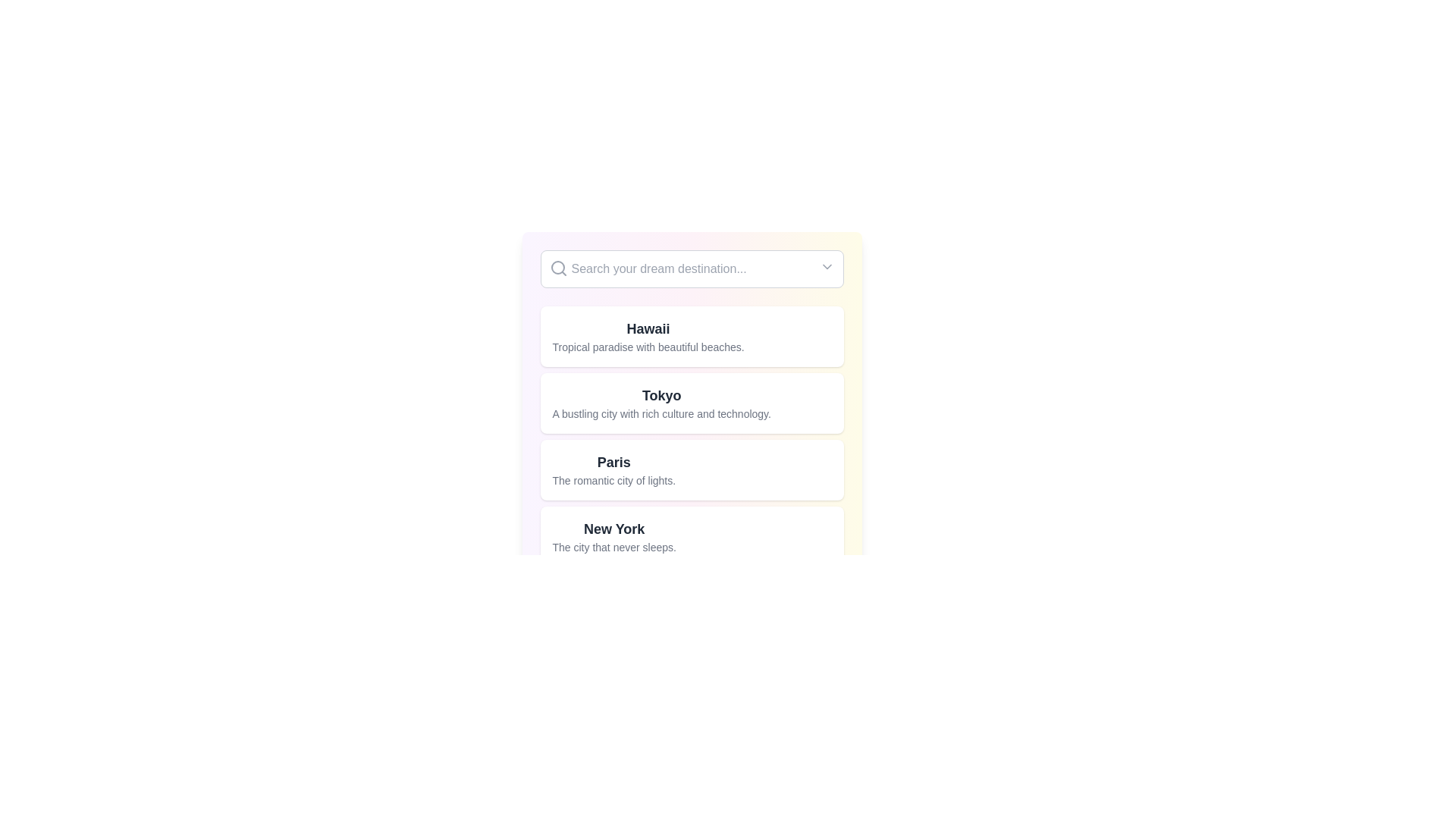  I want to click on the static text label providing a brief description of 'Tokyo', which is positioned directly beneath the main 'Tokyo' text in the interface, so click(661, 414).